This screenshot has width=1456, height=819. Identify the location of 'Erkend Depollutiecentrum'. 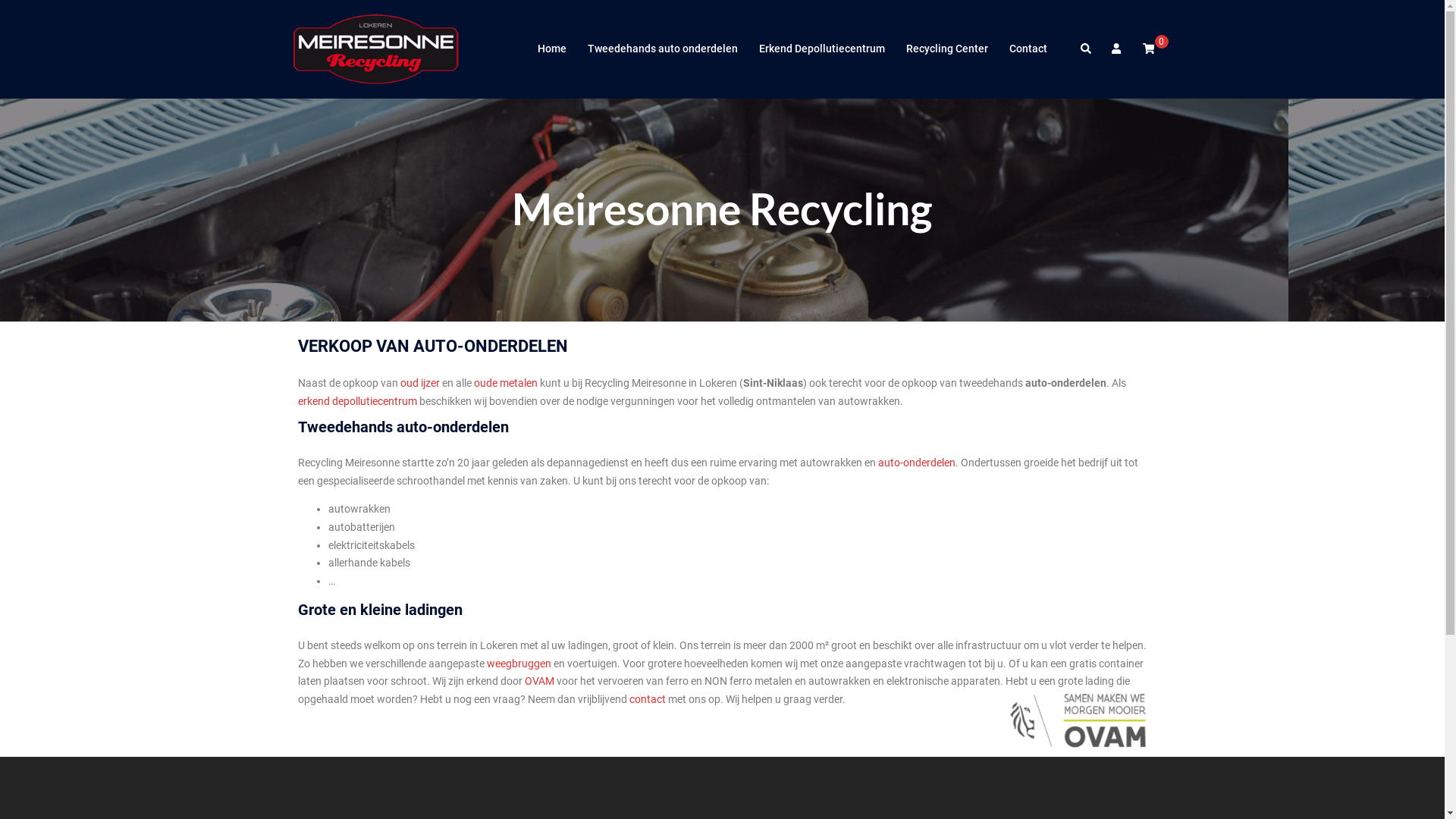
(821, 49).